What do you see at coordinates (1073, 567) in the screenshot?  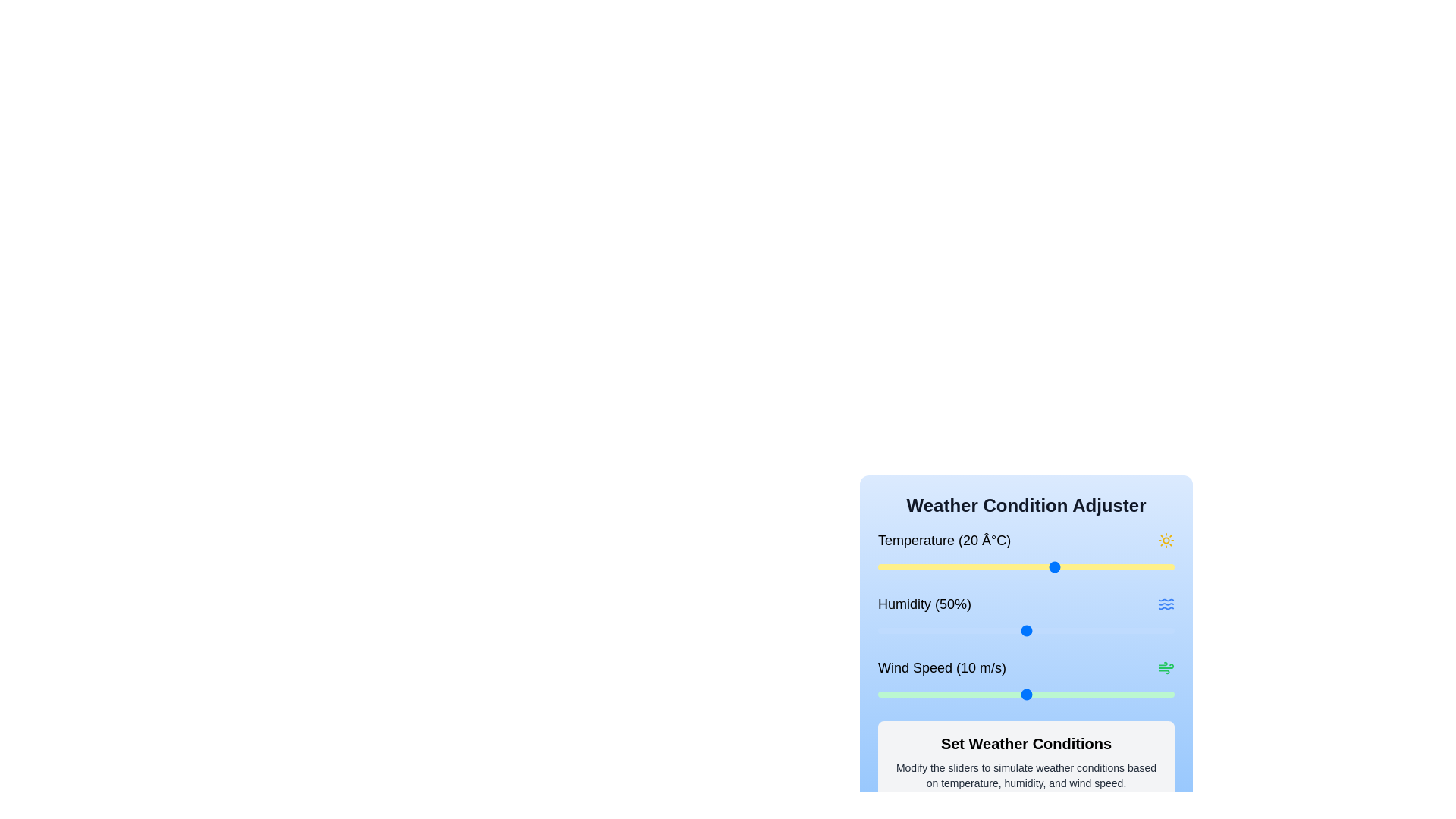 I see `the temperature slider to set the temperature to 23 degrees Celsius` at bounding box center [1073, 567].